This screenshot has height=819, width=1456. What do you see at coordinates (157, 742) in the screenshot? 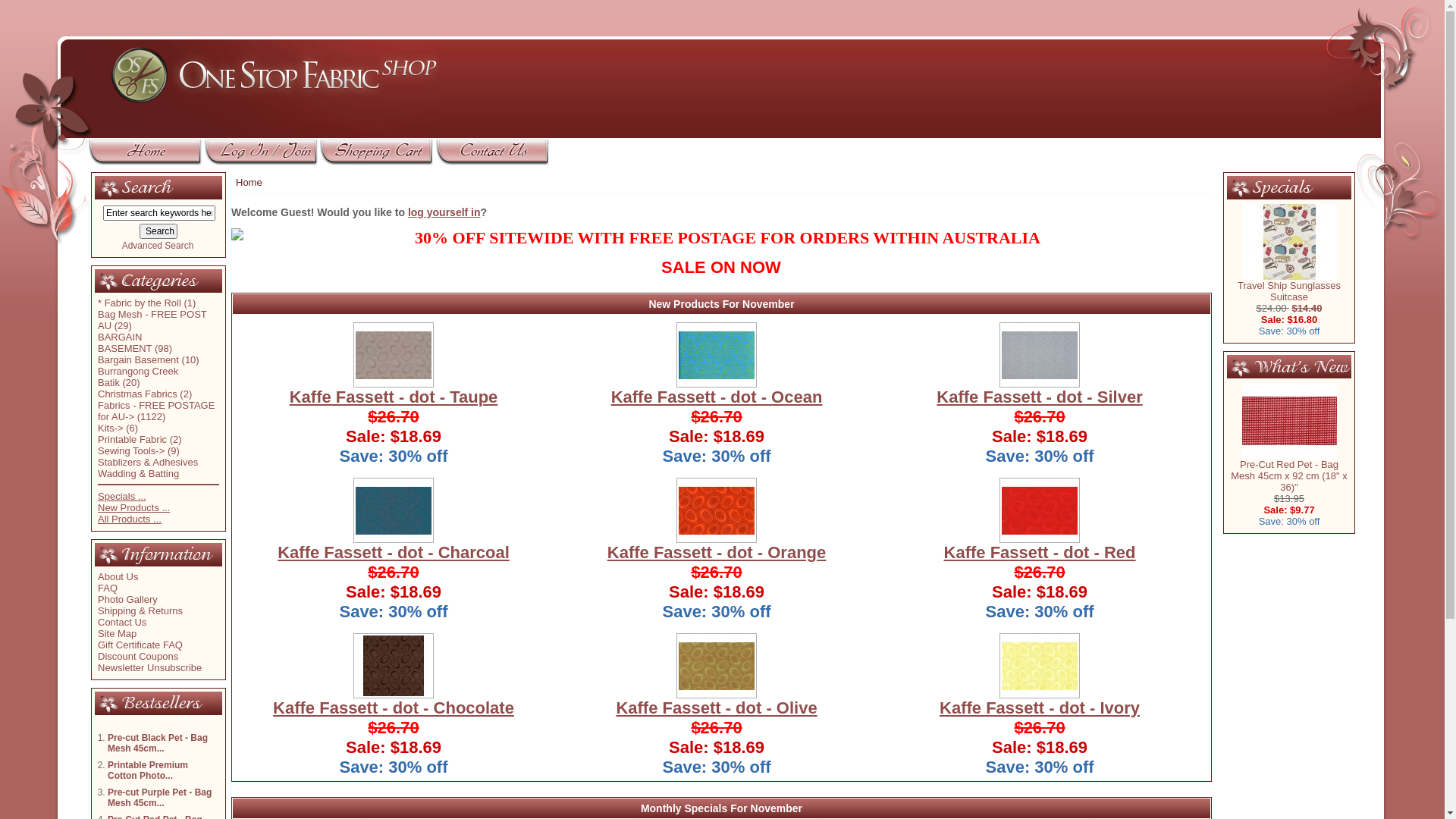
I see `'Pre-cut Black Pet - Bag Mesh 45cm...'` at bounding box center [157, 742].